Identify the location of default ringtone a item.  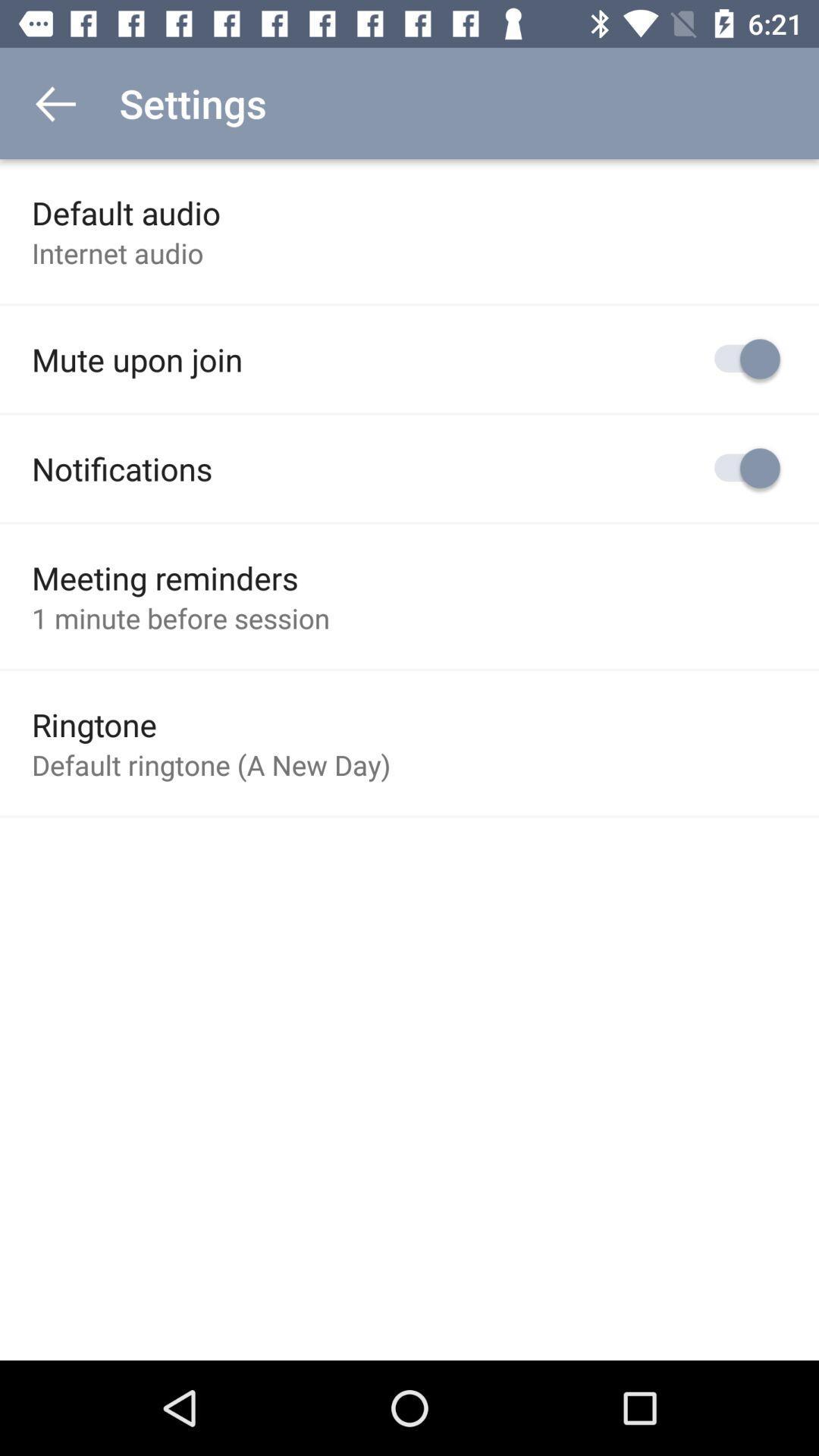
(211, 764).